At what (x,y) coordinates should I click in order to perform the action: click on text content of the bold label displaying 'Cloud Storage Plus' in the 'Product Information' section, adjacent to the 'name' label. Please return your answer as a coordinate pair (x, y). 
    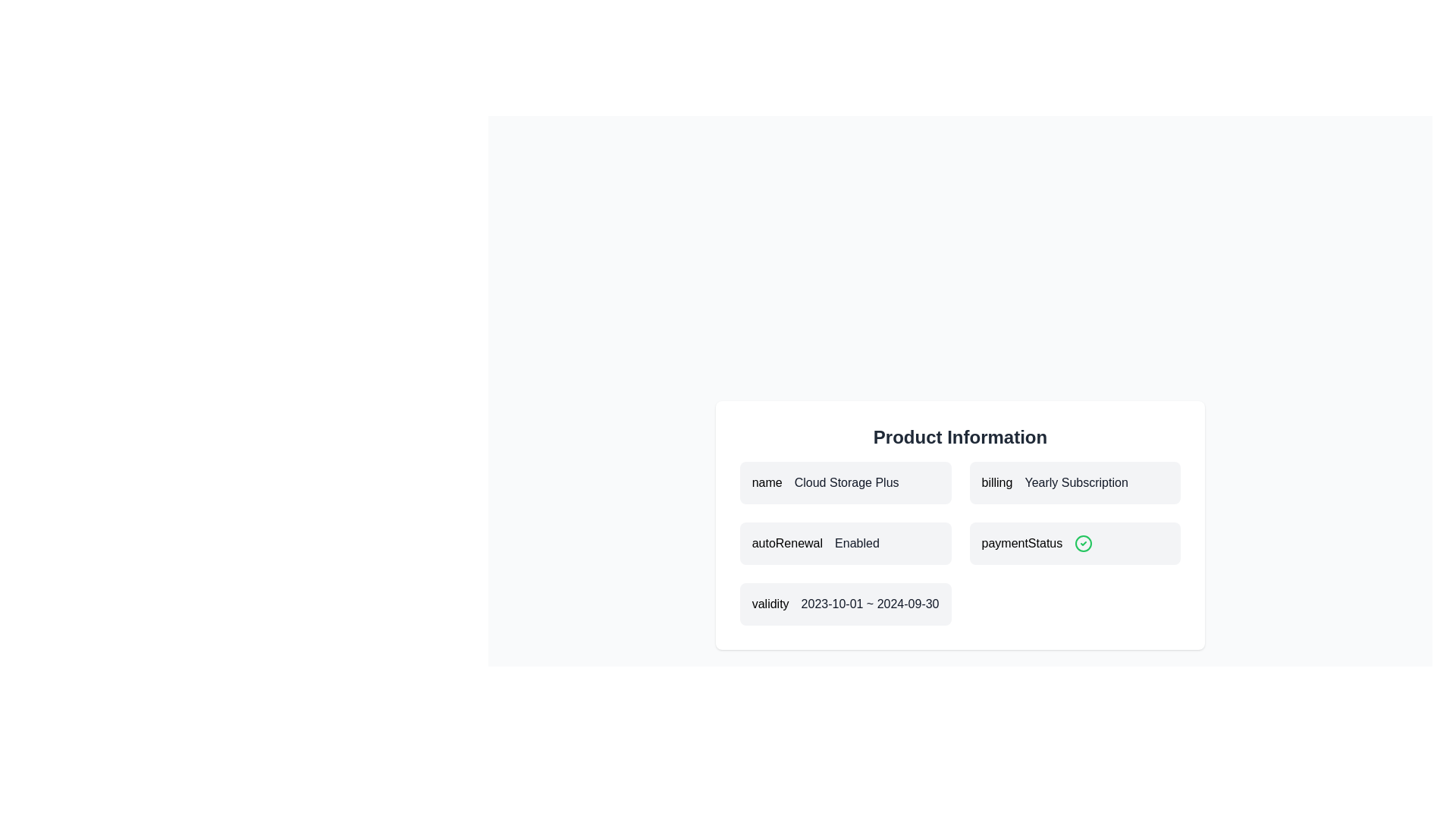
    Looking at the image, I should click on (846, 482).